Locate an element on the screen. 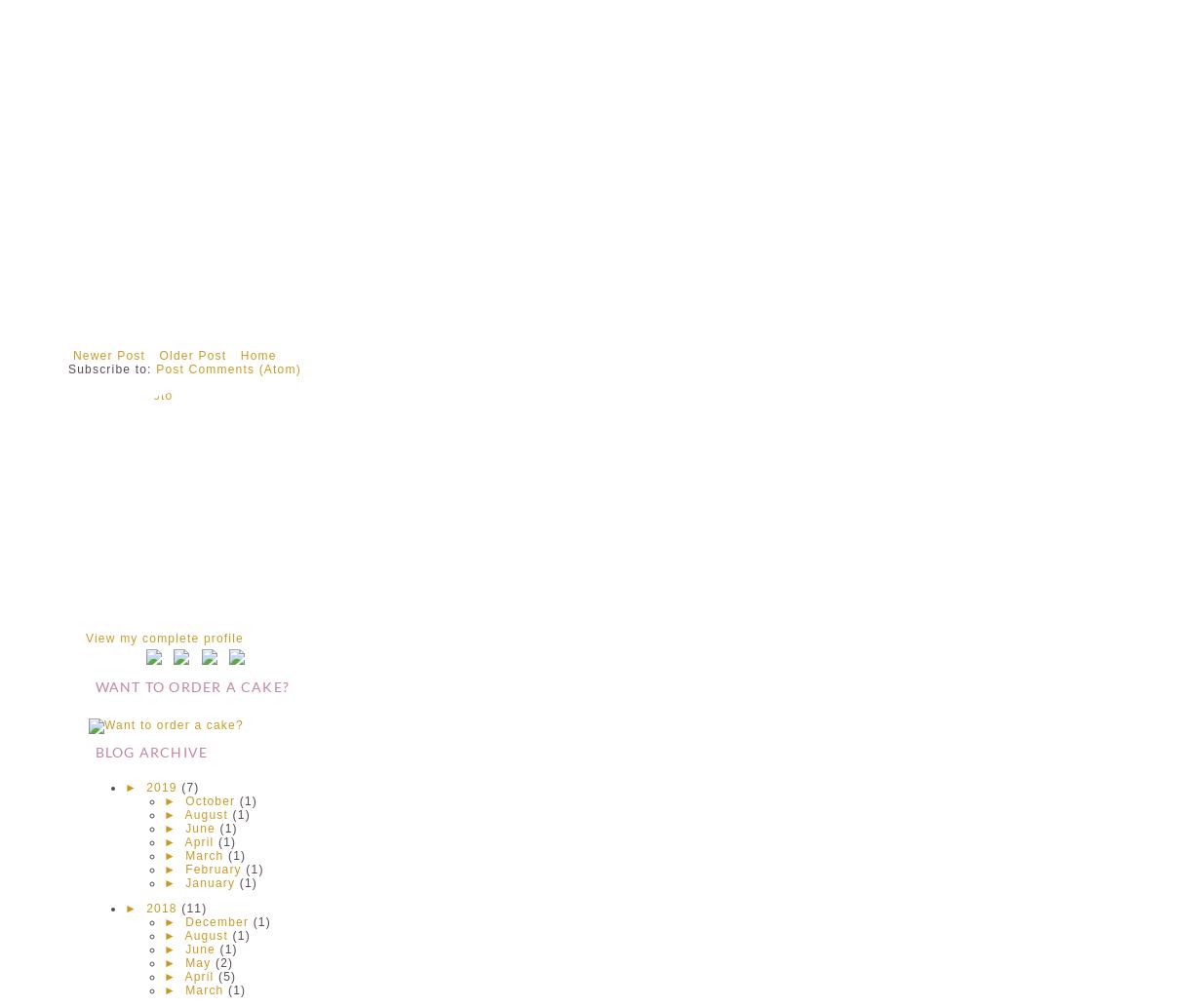 The width and height of the screenshot is (1178, 1008). 'Want to order a cake?' is located at coordinates (94, 686).